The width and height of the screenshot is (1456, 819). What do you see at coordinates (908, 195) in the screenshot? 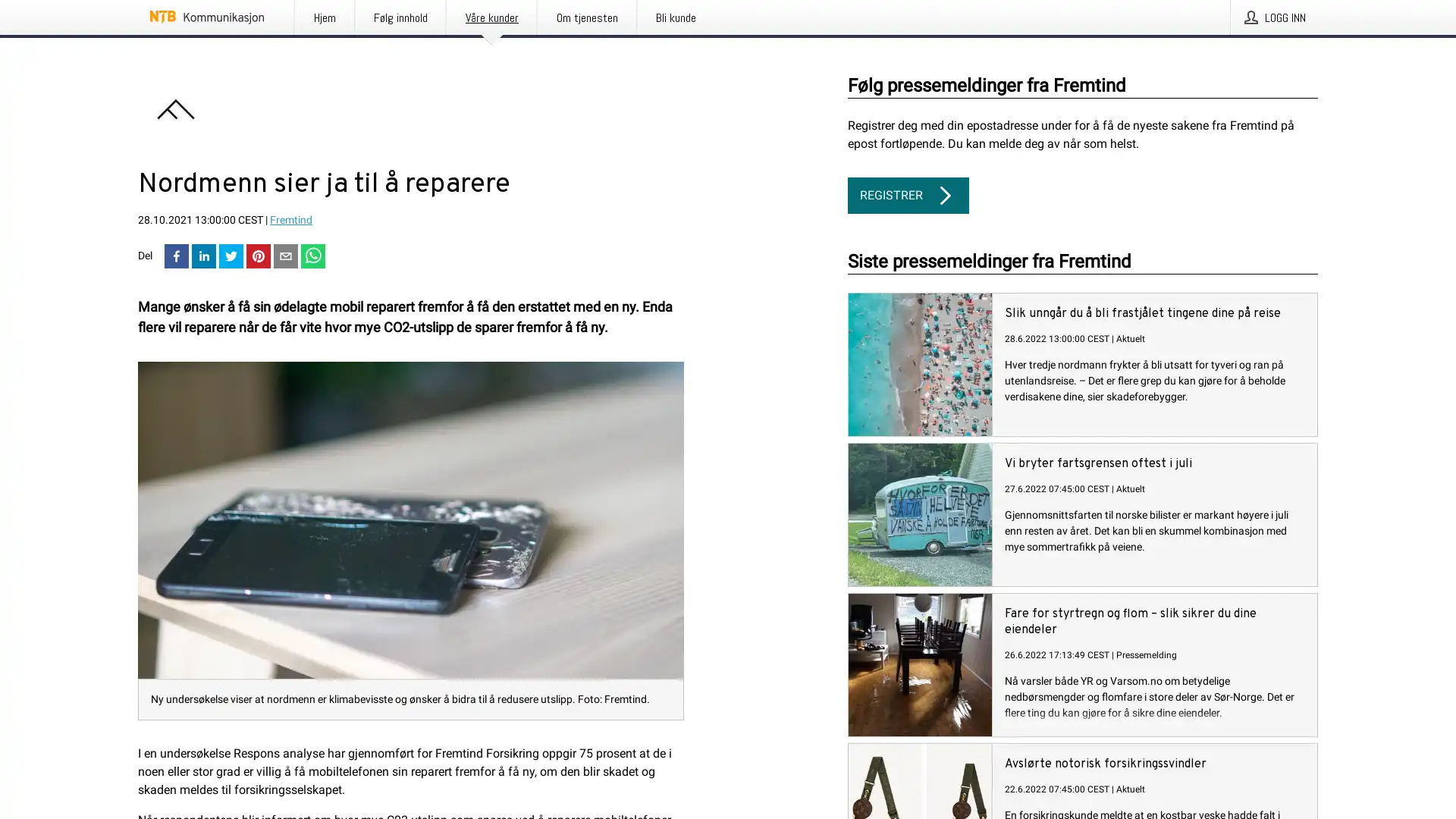
I see `REGISTRER` at bounding box center [908, 195].